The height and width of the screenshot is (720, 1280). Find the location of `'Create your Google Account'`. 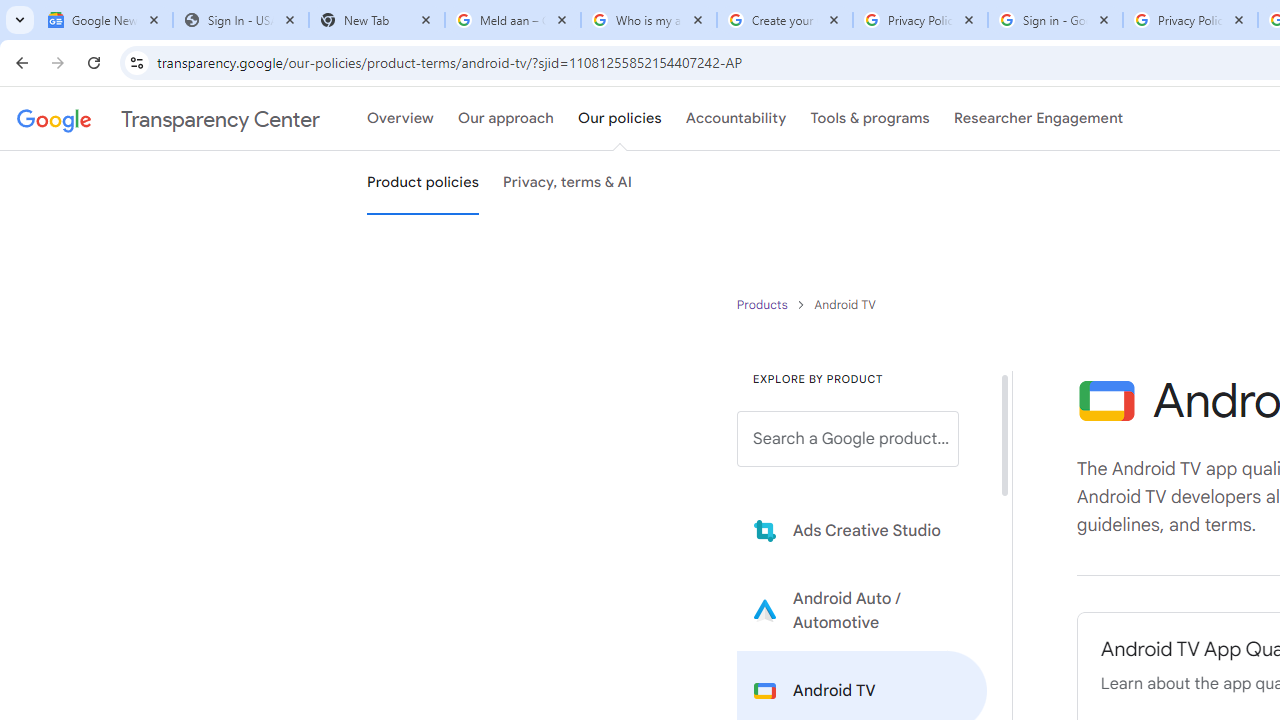

'Create your Google Account' is located at coordinates (783, 20).